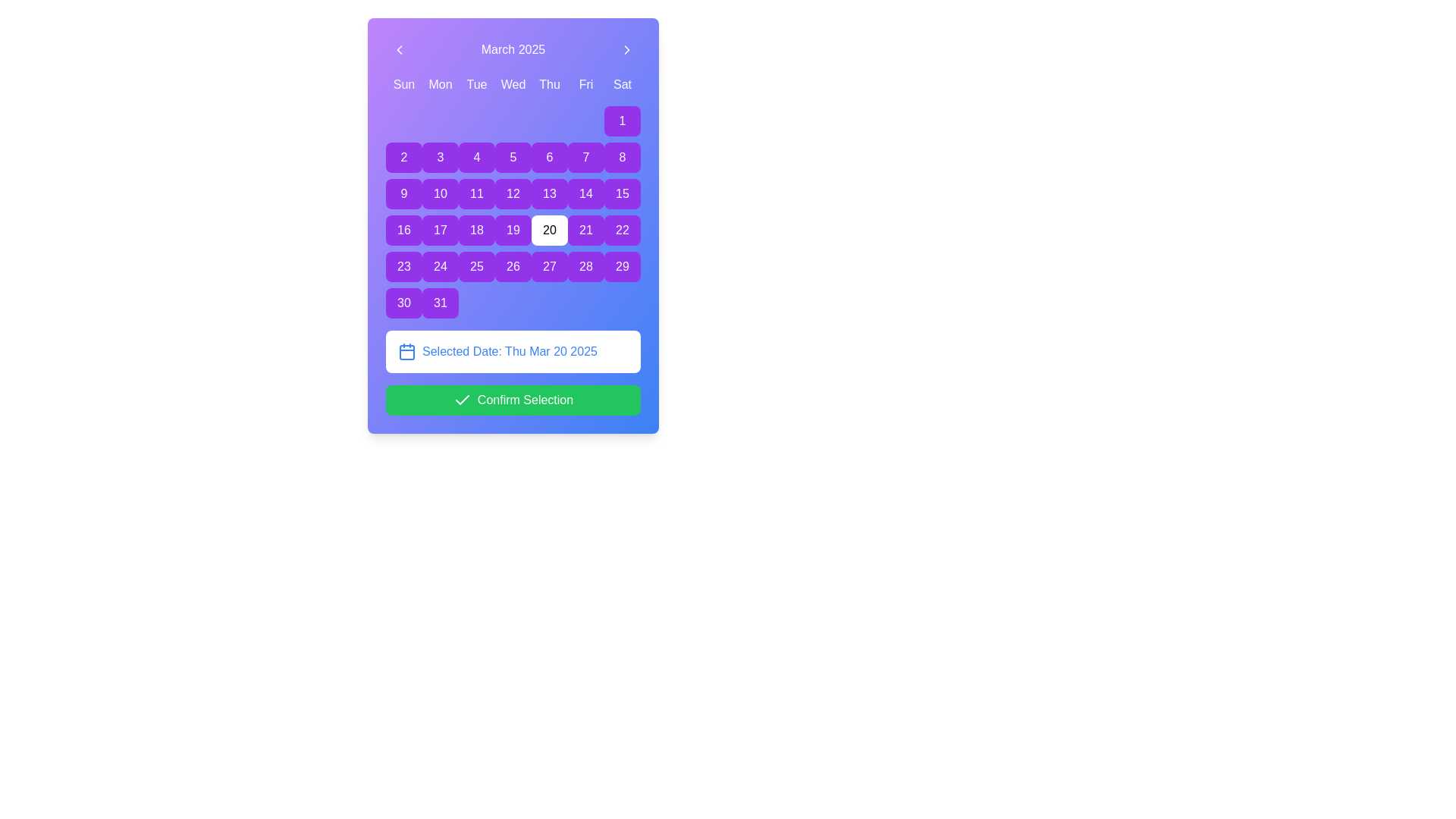 This screenshot has height=819, width=1456. What do you see at coordinates (513, 84) in the screenshot?
I see `the text label representing 'Wednesday' in the week view of the calendar, which is the fourth item in the horizontal row of days located beneath the calendar's header for March 2025` at bounding box center [513, 84].